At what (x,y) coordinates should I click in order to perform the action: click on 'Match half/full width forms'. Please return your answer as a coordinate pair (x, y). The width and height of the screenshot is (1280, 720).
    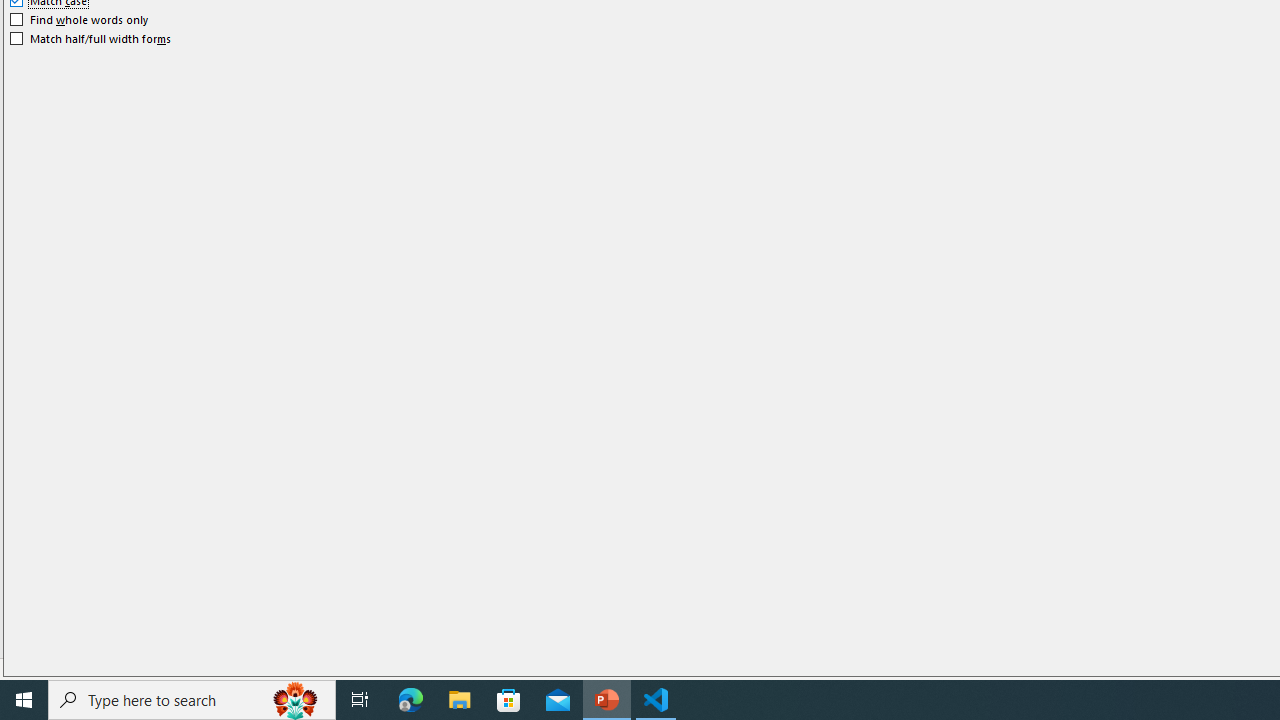
    Looking at the image, I should click on (90, 38).